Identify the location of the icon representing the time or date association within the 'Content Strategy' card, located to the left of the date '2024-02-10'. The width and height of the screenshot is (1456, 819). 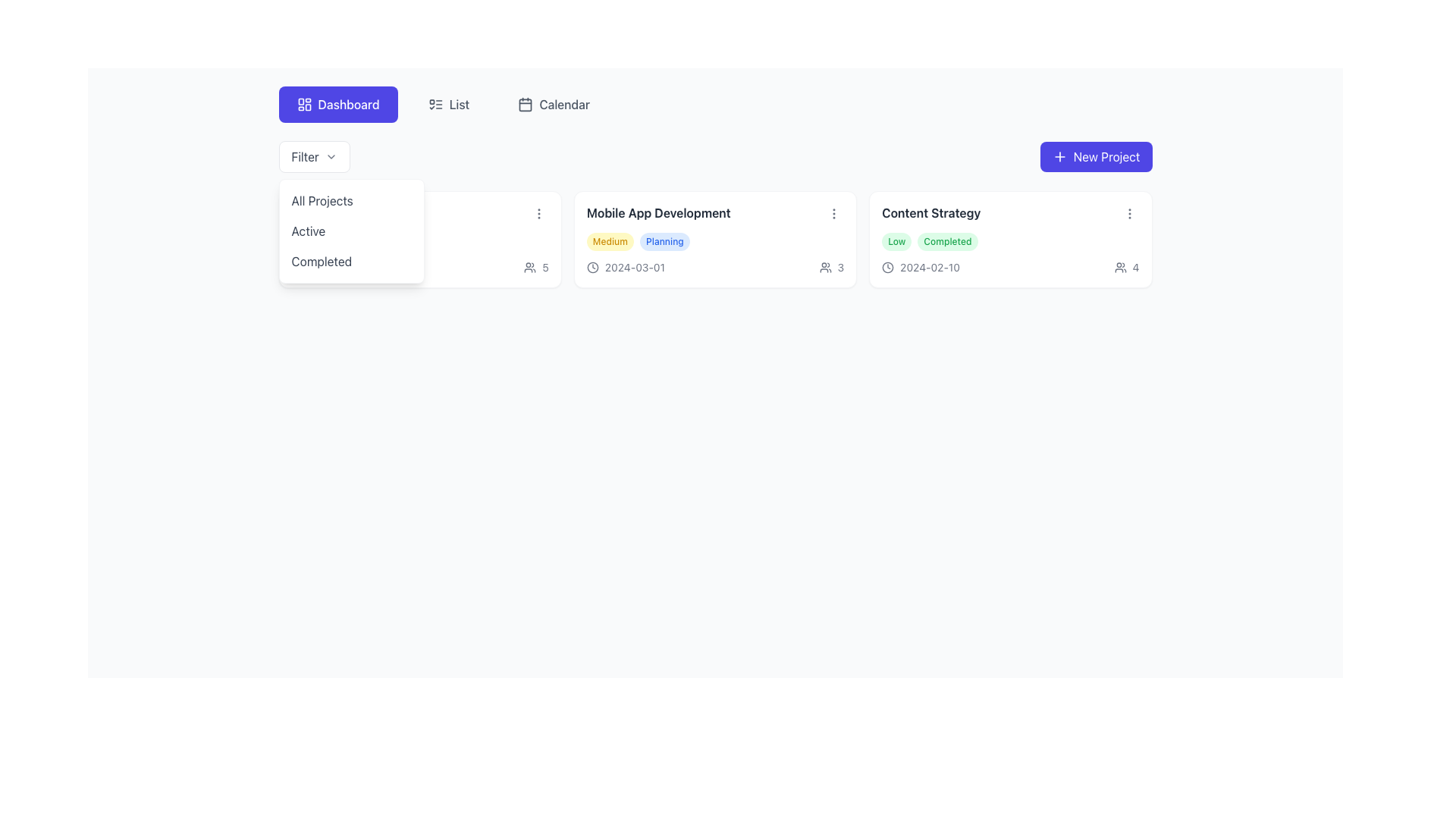
(888, 267).